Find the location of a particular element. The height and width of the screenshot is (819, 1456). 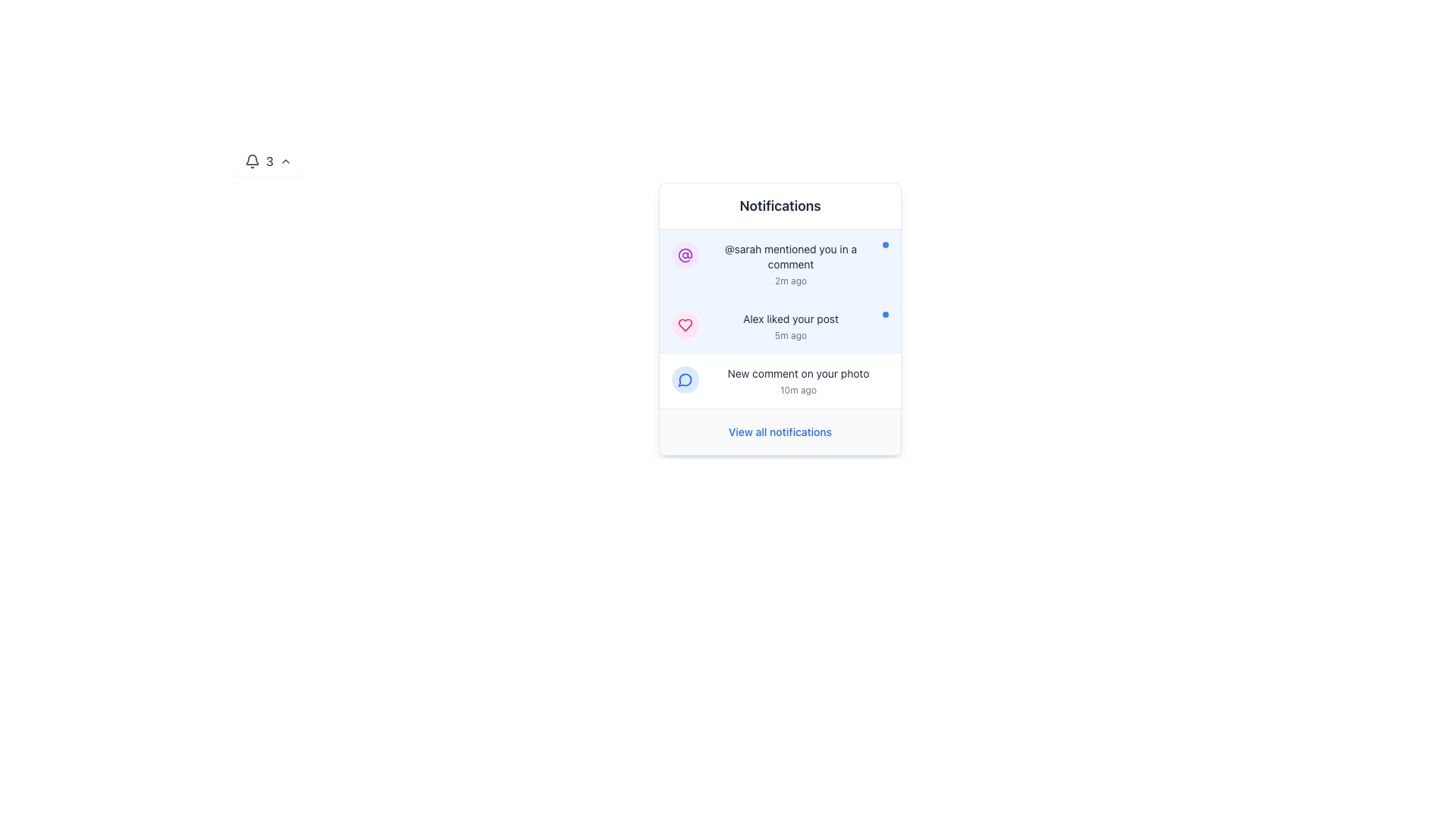

the button located at the bottom center of the notifications pop-up is located at coordinates (780, 432).